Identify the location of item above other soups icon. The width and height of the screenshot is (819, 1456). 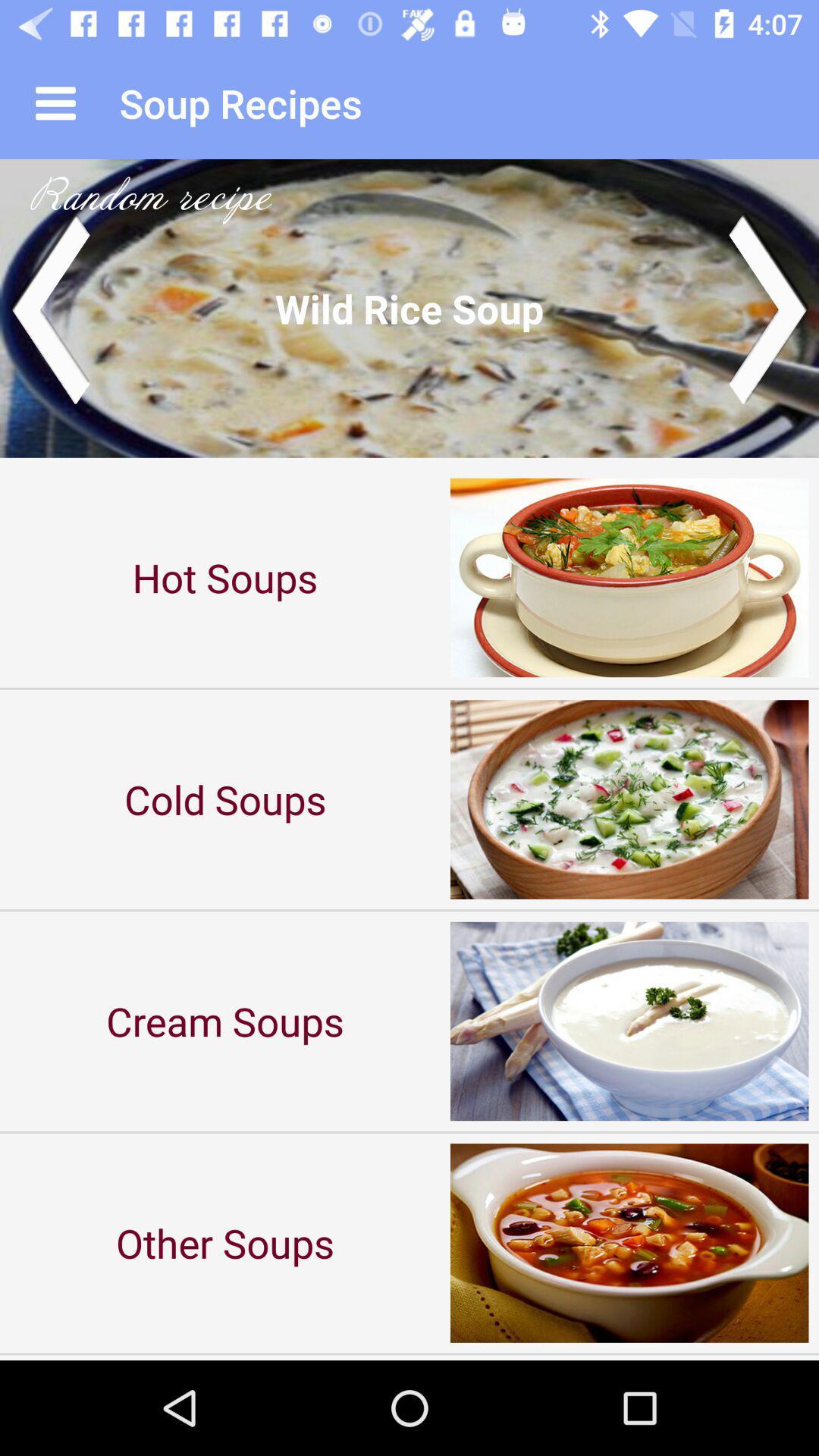
(225, 1021).